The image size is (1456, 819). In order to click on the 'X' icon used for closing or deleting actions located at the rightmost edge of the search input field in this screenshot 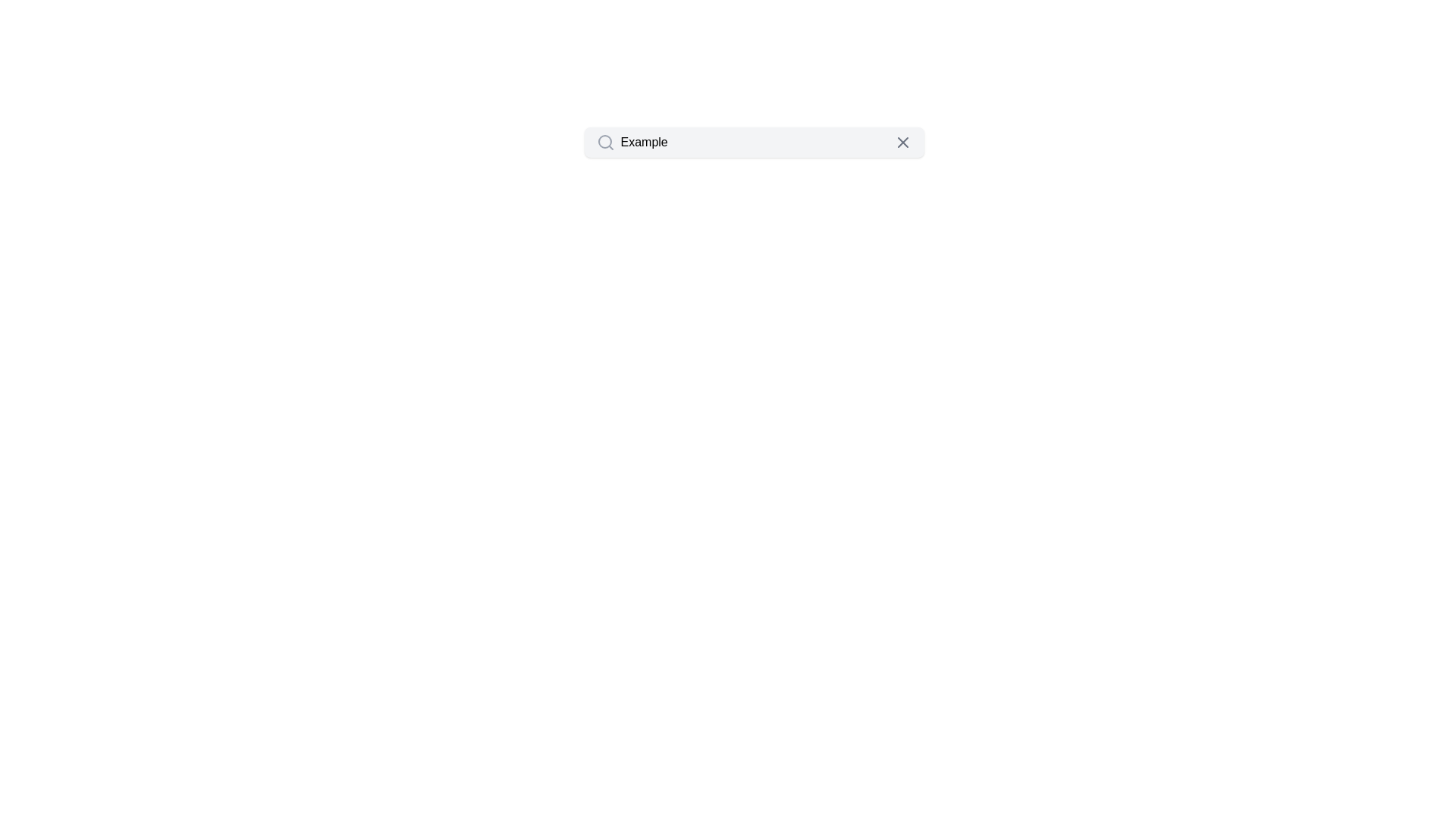, I will do `click(902, 143)`.